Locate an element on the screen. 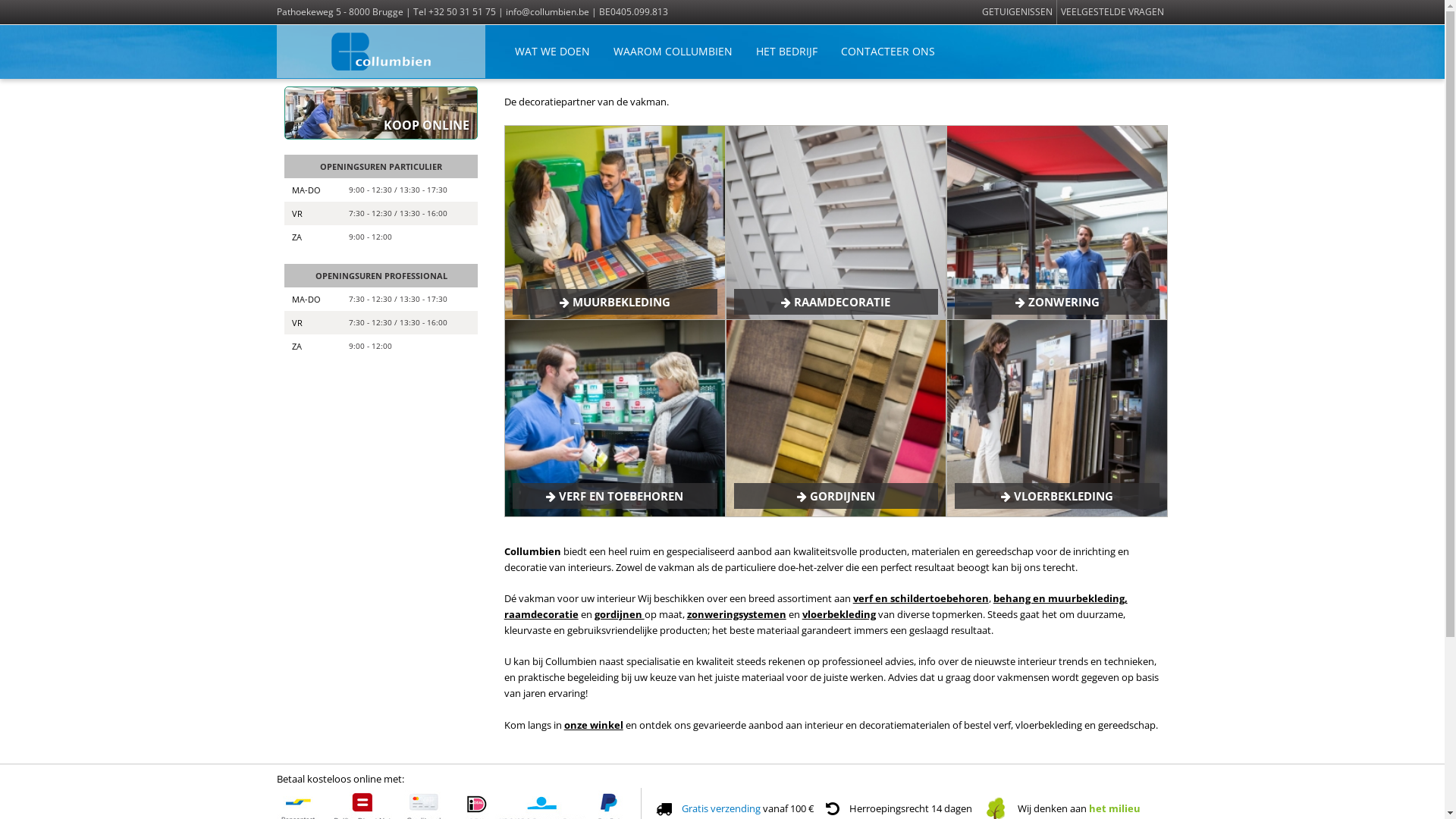 The image size is (1456, 819). 'WAAROM COLLUMBIEN' is located at coordinates (672, 51).